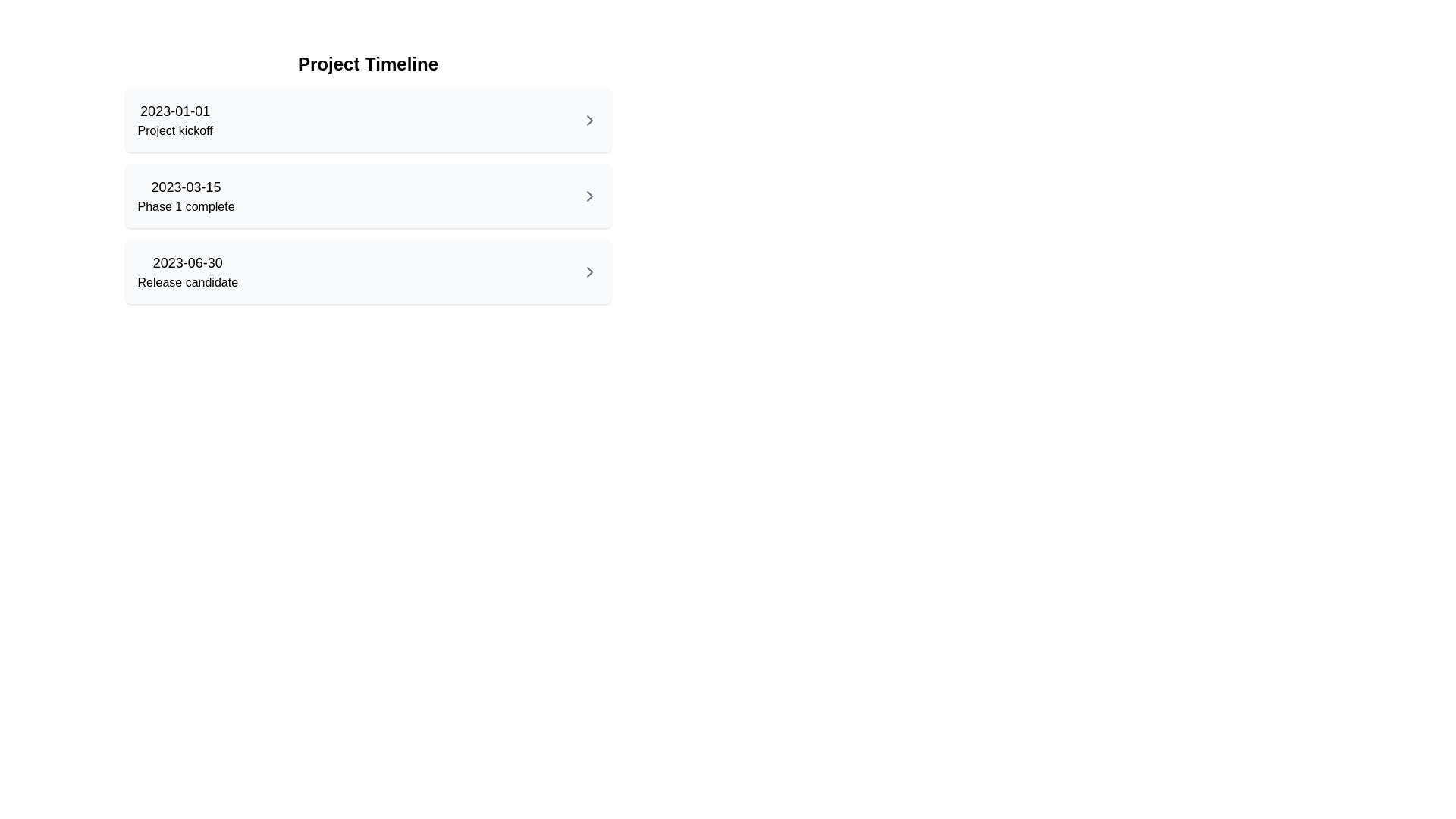 This screenshot has width=1456, height=819. What do you see at coordinates (175, 110) in the screenshot?
I see `the non-interactive text label that displays the date associated with the first timeline event, positioned above the 'Project kickoff' label` at bounding box center [175, 110].